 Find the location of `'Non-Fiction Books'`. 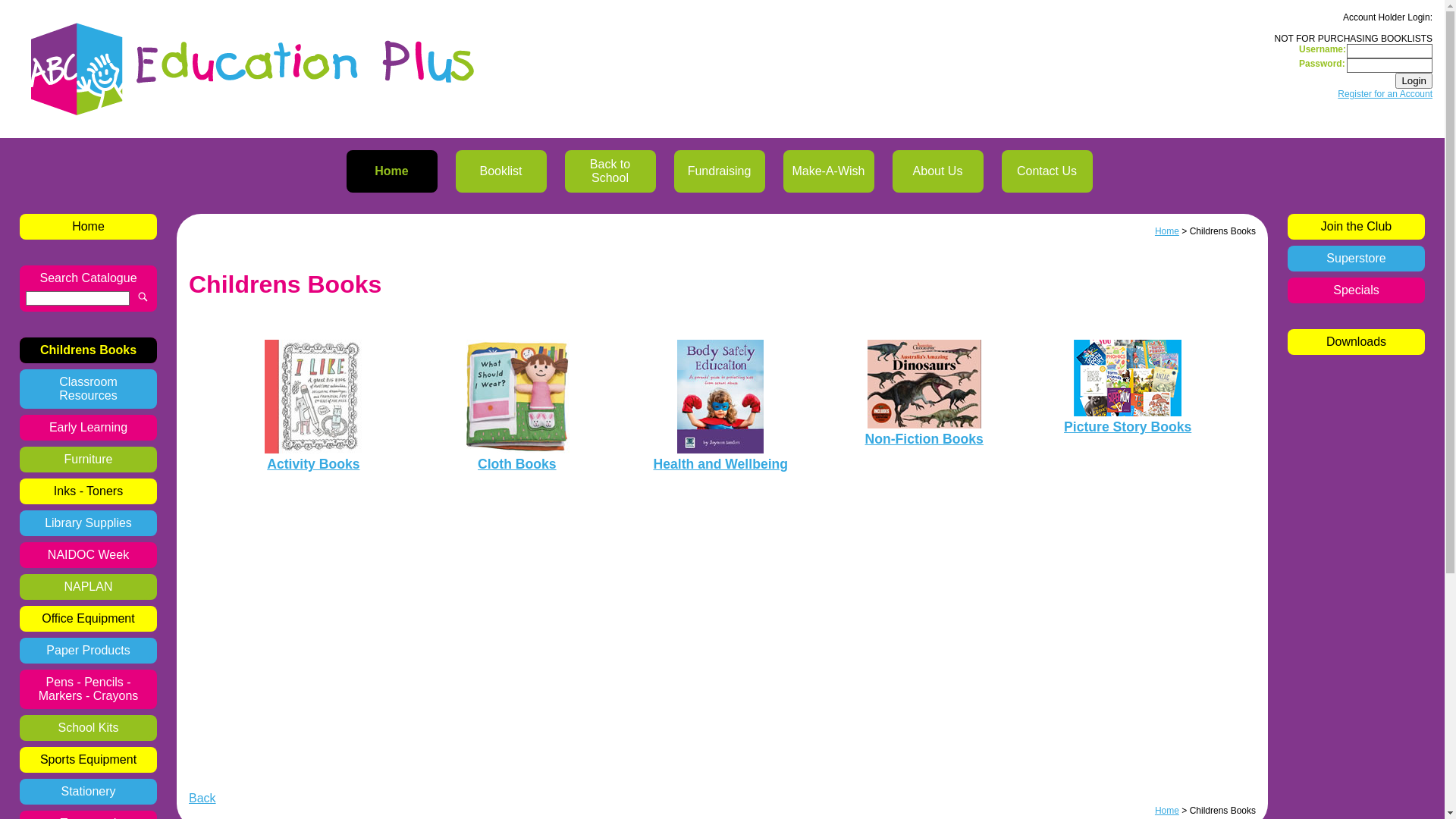

'Non-Fiction Books' is located at coordinates (924, 438).